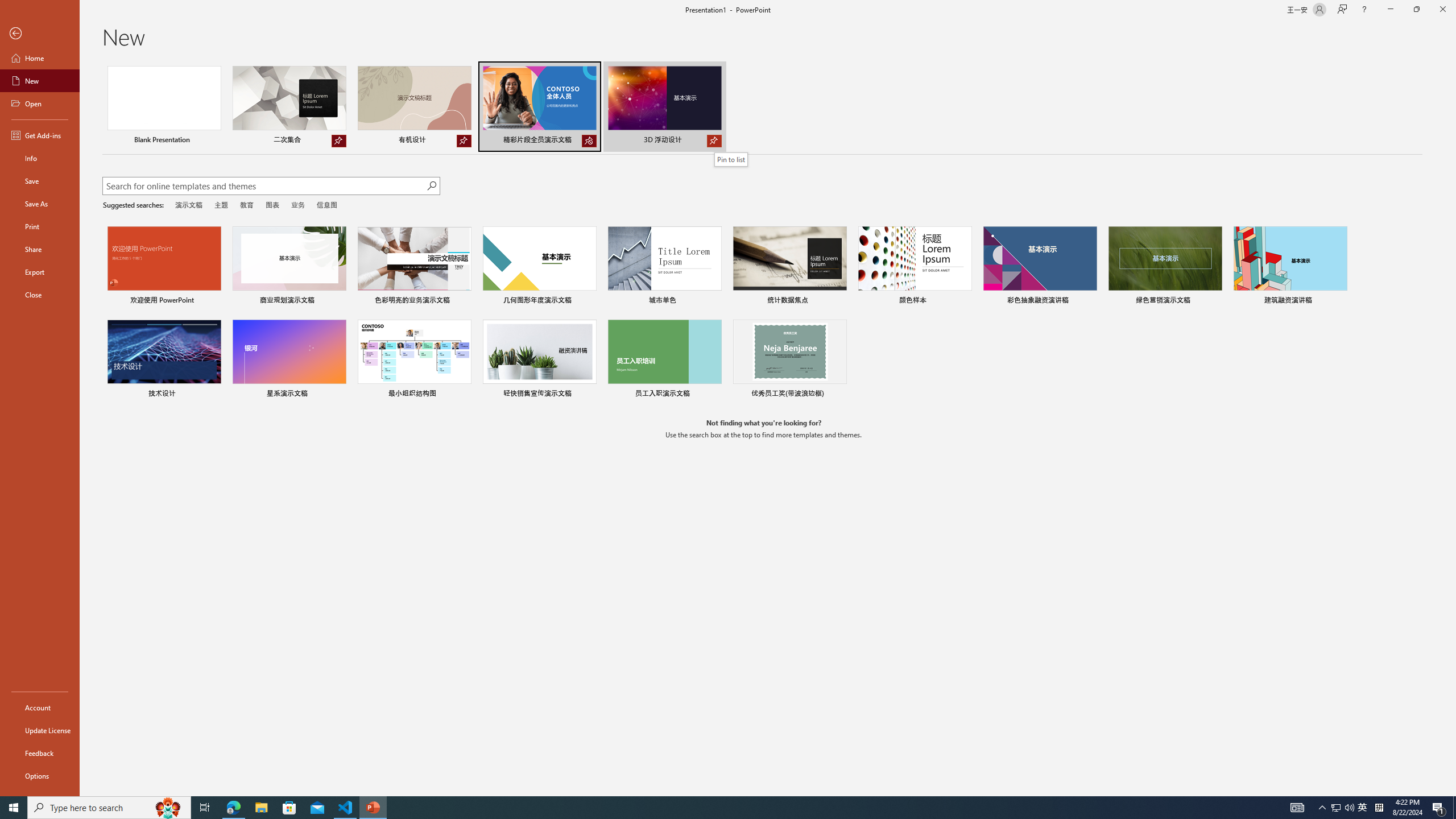 The image size is (1456, 819). What do you see at coordinates (39, 730) in the screenshot?
I see `'Update License'` at bounding box center [39, 730].